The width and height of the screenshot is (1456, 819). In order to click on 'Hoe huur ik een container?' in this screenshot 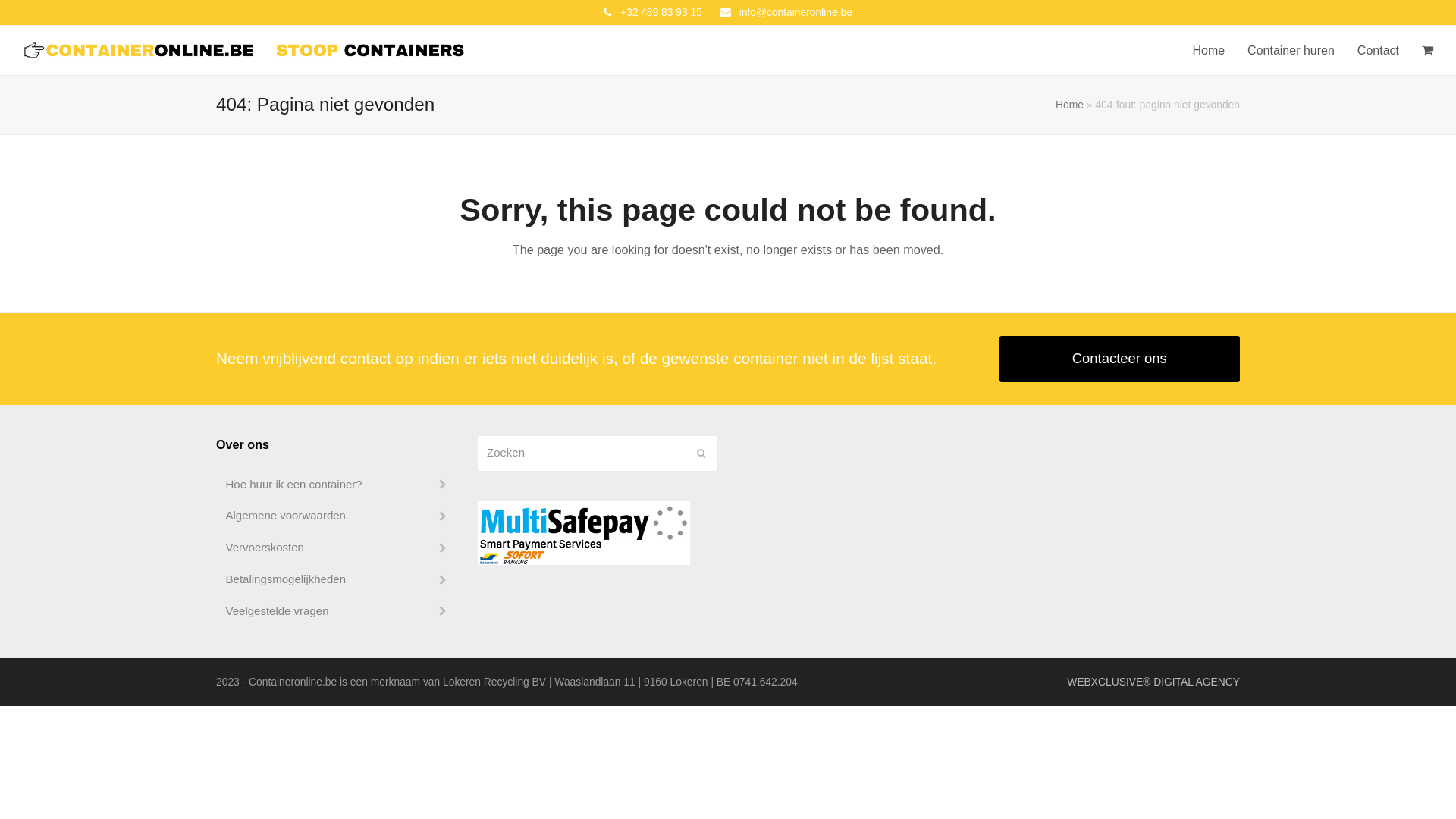, I will do `click(334, 484)`.